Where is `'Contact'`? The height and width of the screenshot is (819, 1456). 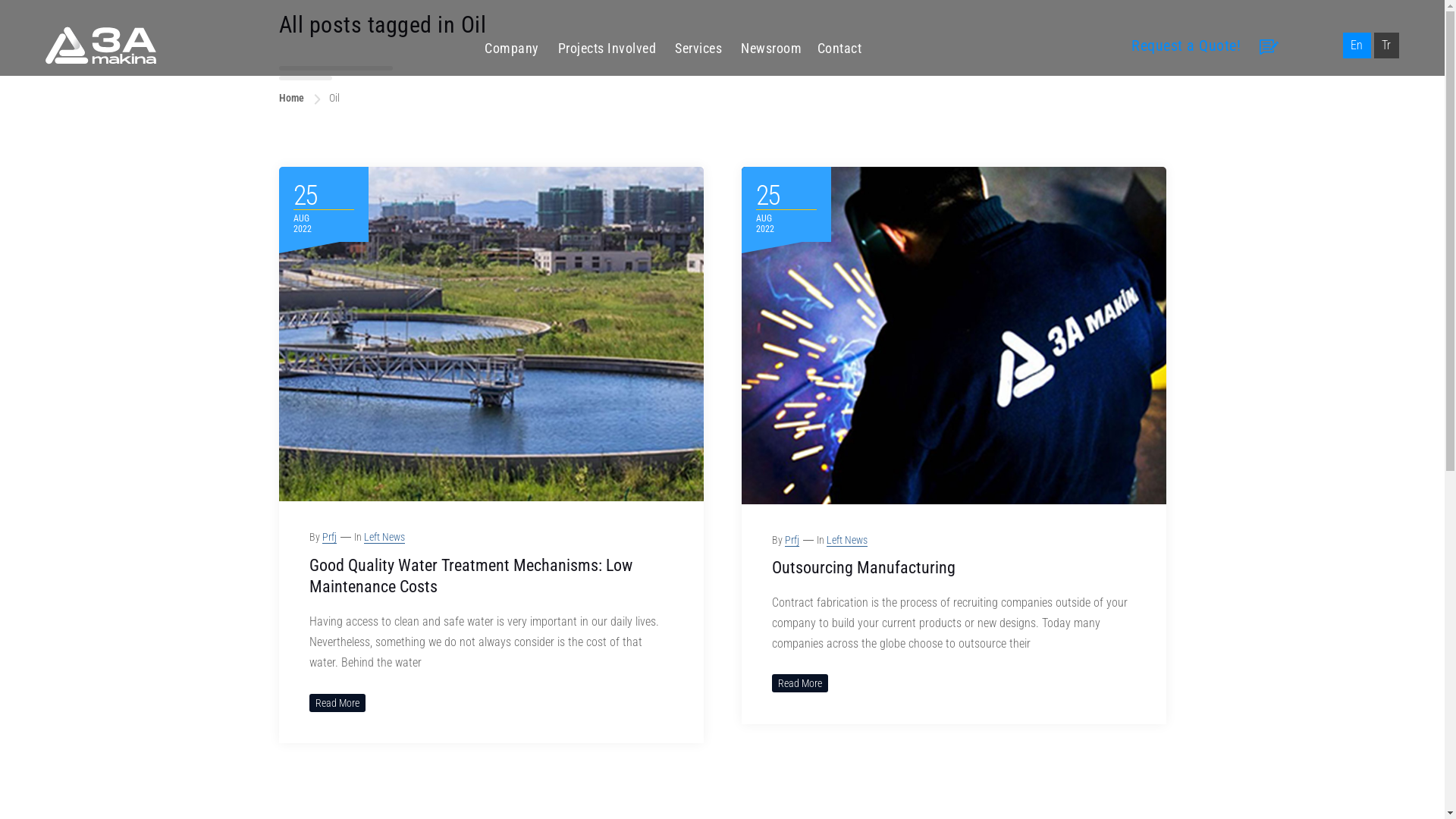
'Contact' is located at coordinates (835, 45).